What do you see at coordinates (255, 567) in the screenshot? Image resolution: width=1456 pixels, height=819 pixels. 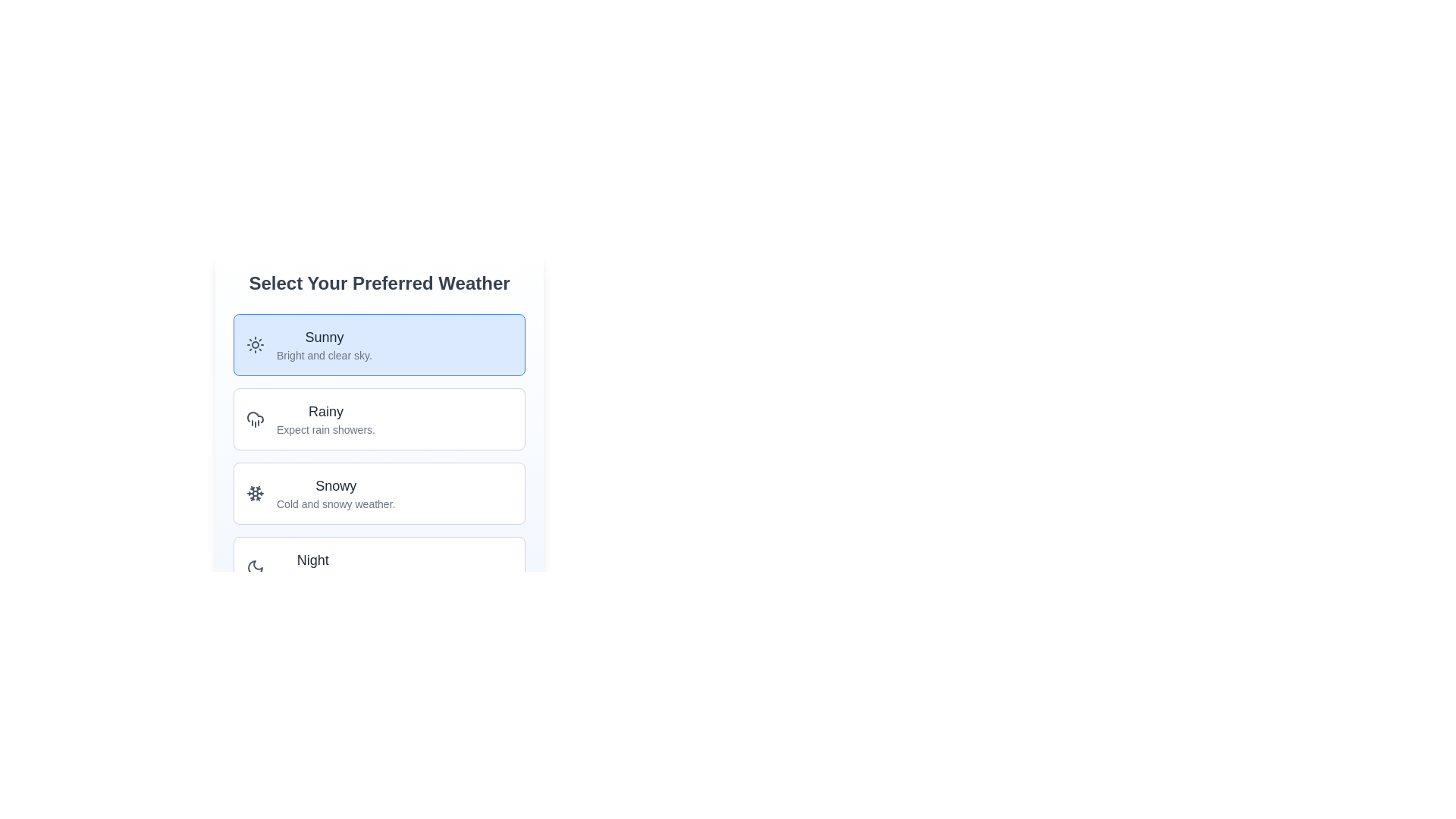 I see `the moon icon located in the leftmost part of the 'Night' card in the 'Select Your Preferred Weather' list` at bounding box center [255, 567].